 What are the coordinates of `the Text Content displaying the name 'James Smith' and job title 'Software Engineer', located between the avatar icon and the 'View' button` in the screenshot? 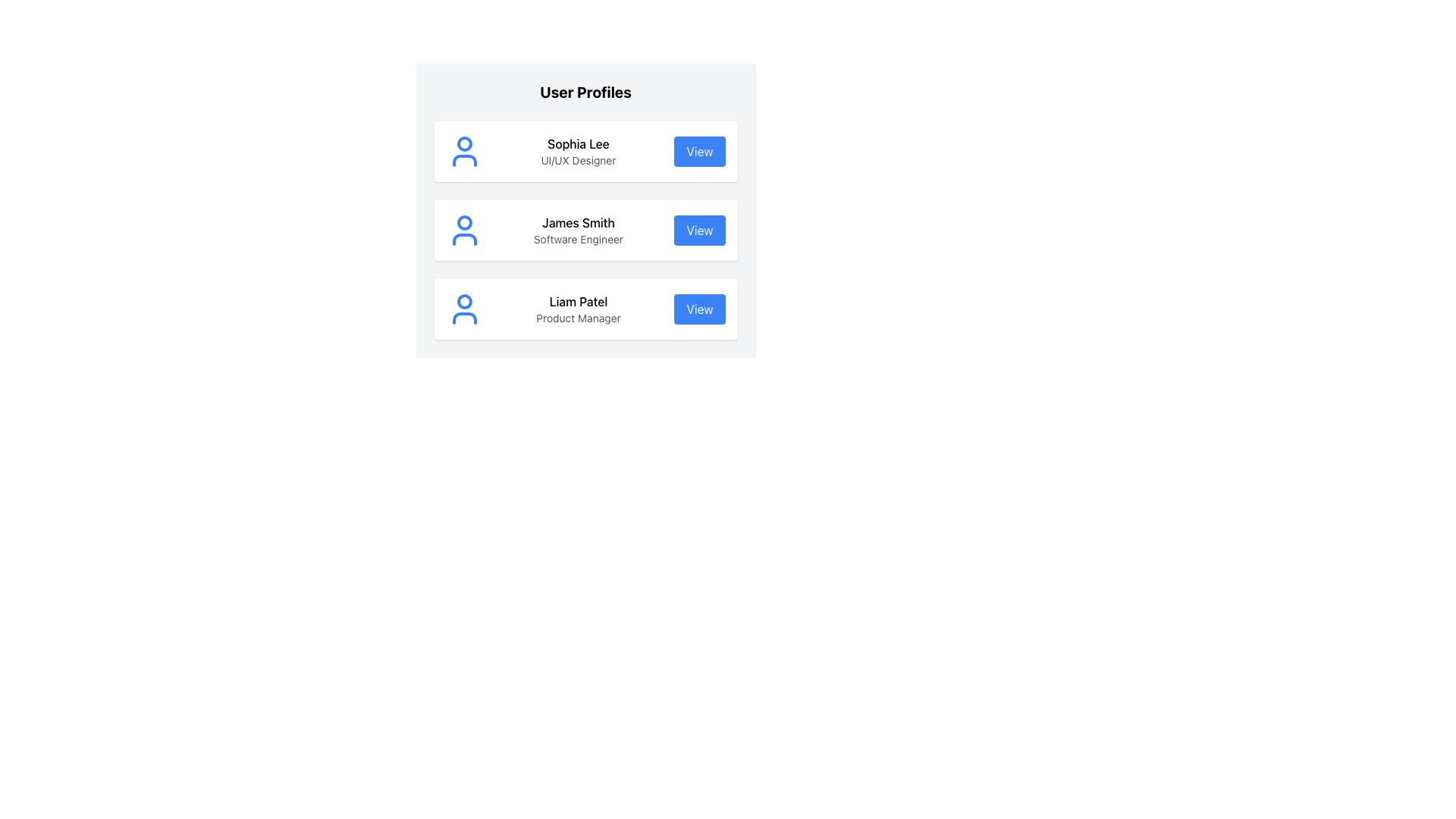 It's located at (578, 231).